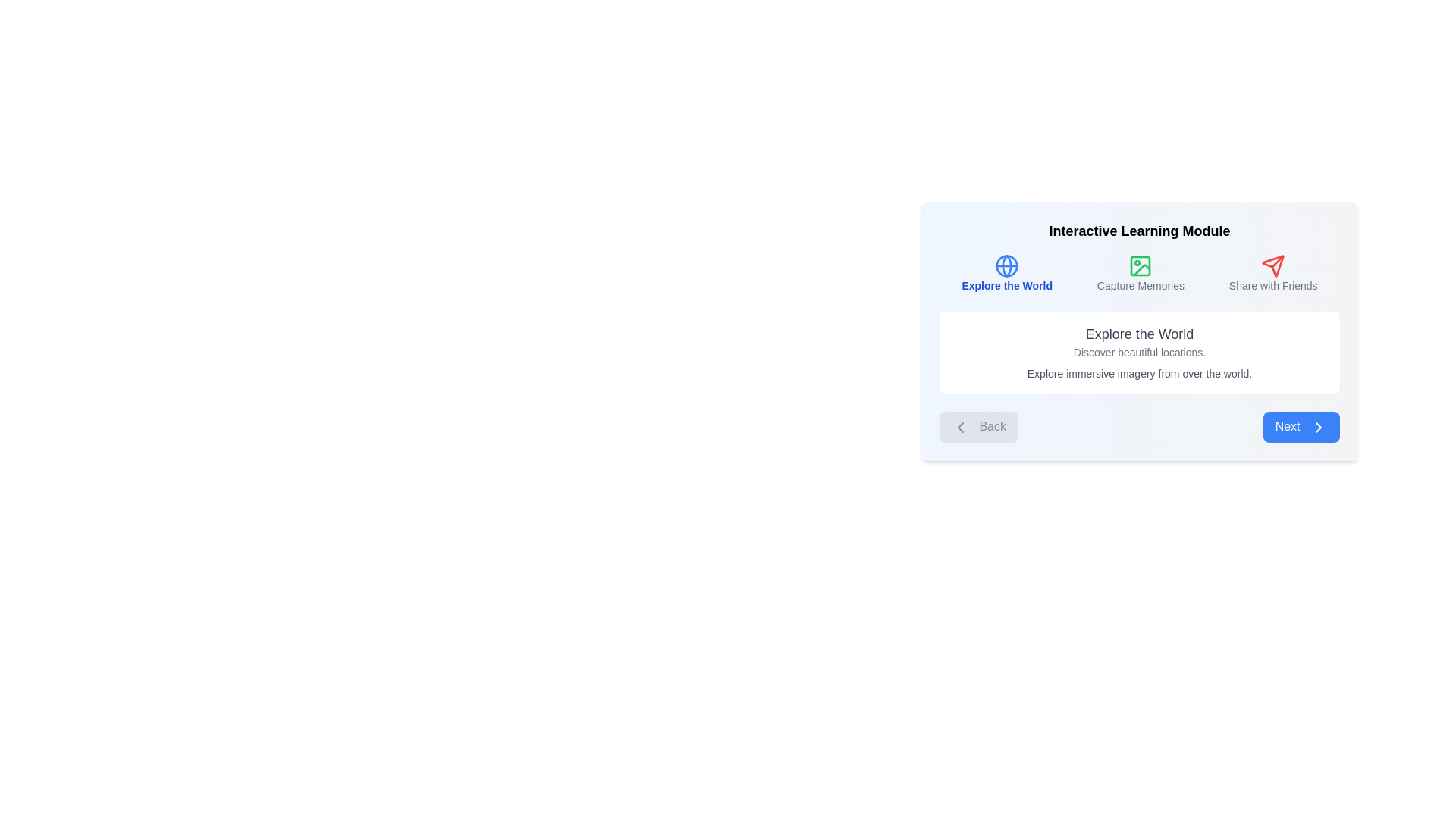 The image size is (1456, 819). I want to click on the icon that serves as a visual indicator for accessing the 'Explore the World' feature, located on the leftmost side of the navigation panel, so click(1007, 265).